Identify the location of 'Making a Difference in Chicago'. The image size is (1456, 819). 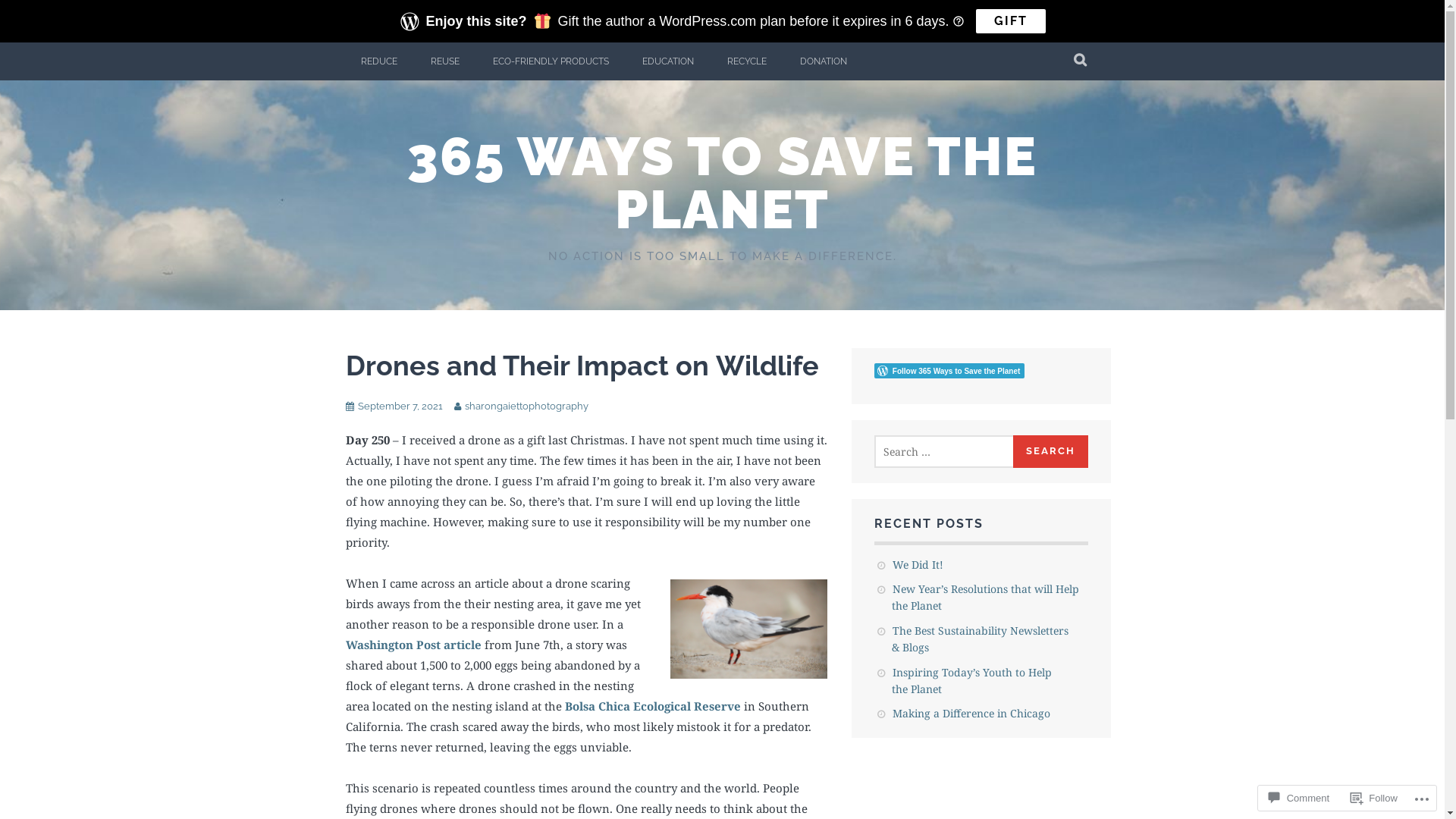
(971, 713).